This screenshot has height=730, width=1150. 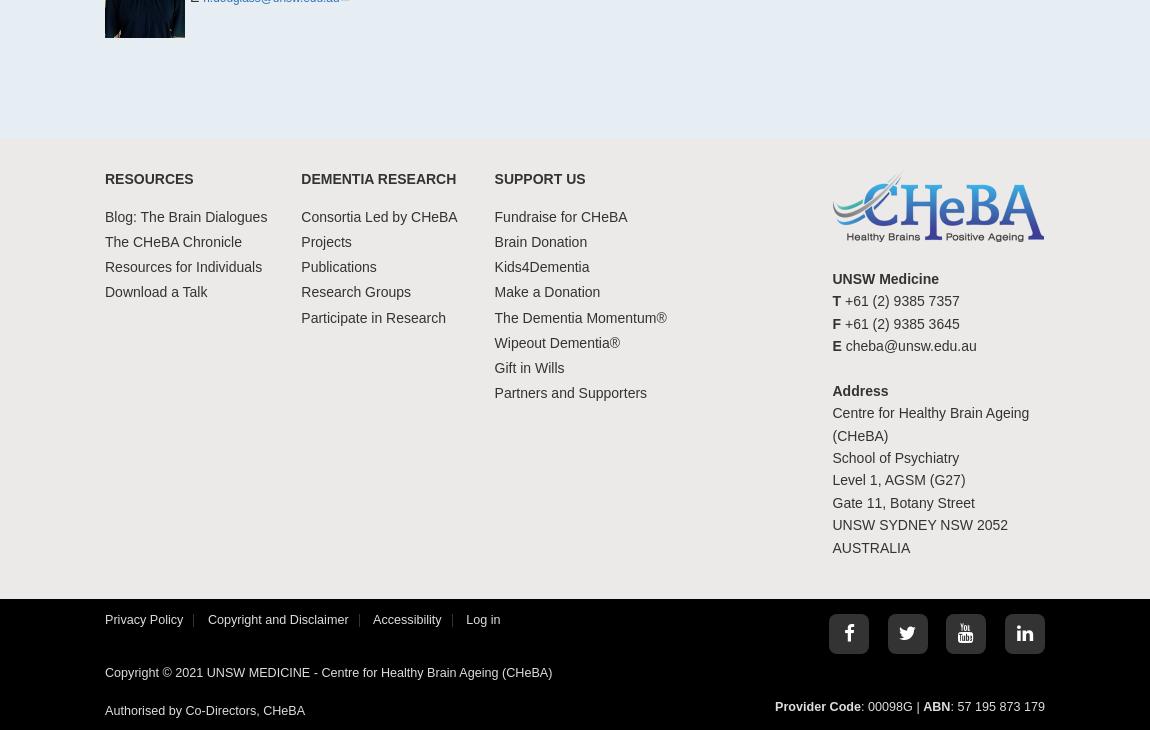 What do you see at coordinates (373, 316) in the screenshot?
I see `'Participate in Research'` at bounding box center [373, 316].